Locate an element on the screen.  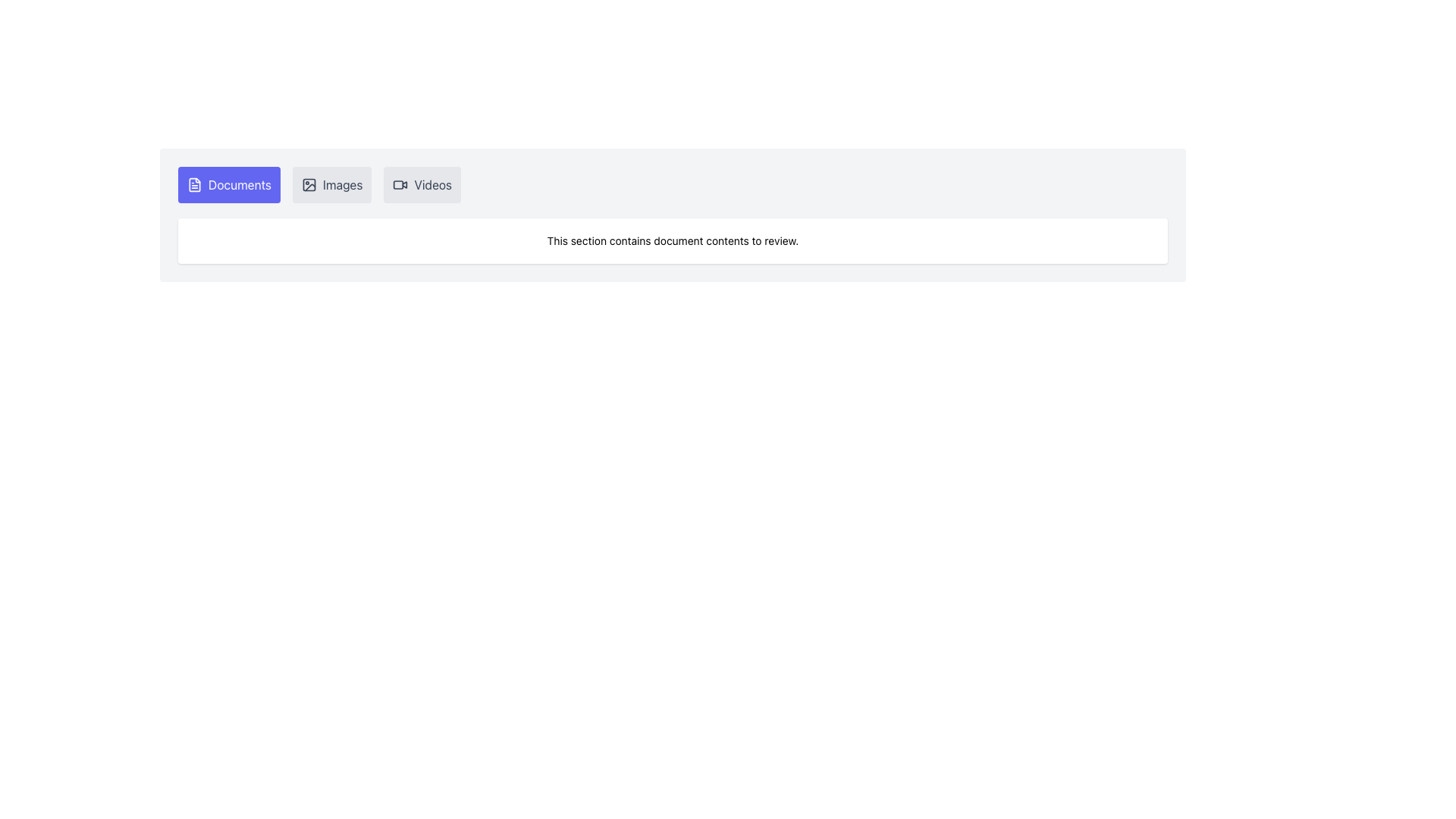
the image icon in the middle tab of the horizontal navigation bar labeled 'Images' is located at coordinates (309, 184).